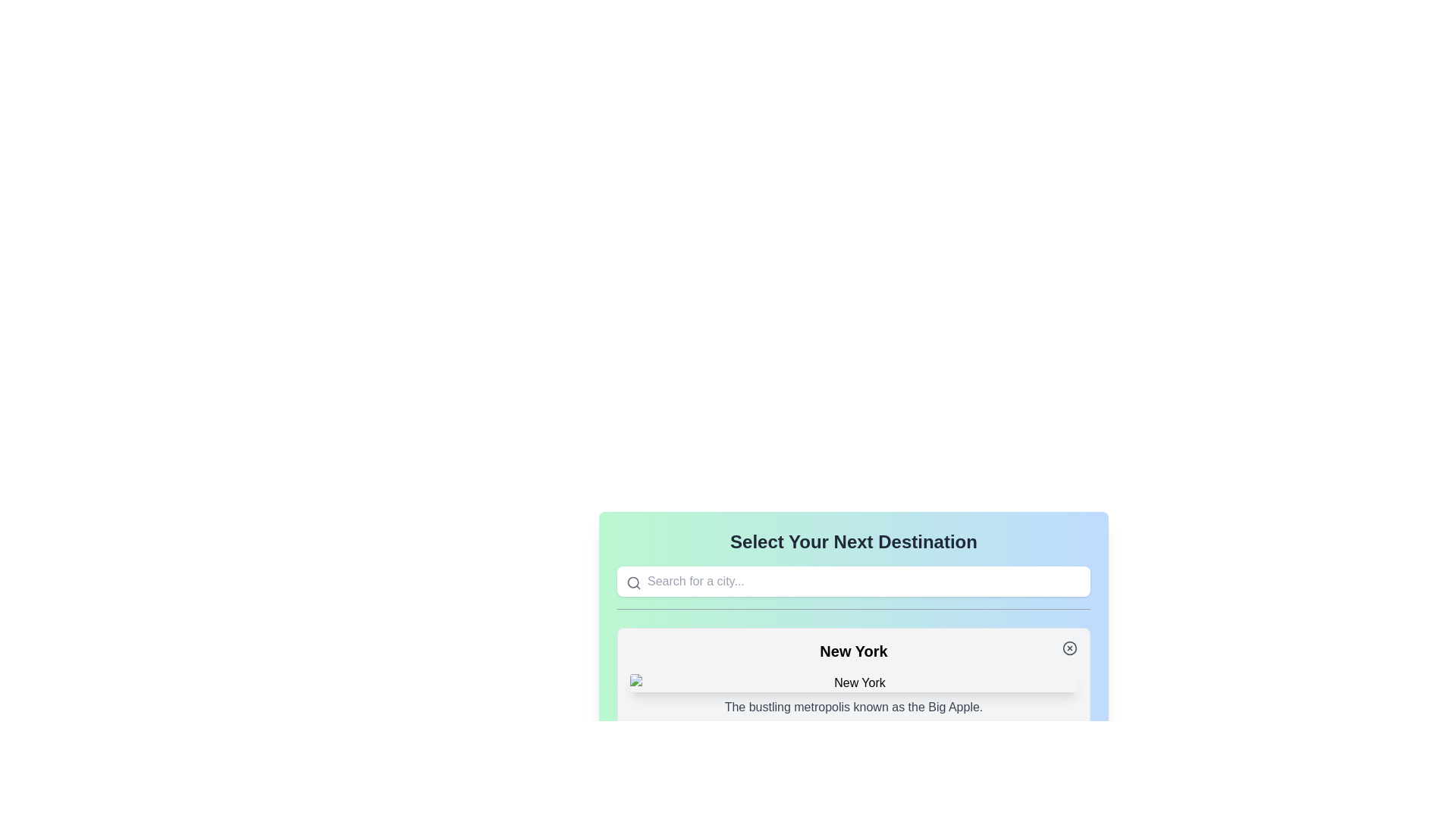 The height and width of the screenshot is (819, 1456). What do you see at coordinates (854, 570) in the screenshot?
I see `the header section titled 'Select Your Next Destination', which includes a search box with the placeholder 'Search for a city...' and is positioned at the top of a card-like interface` at bounding box center [854, 570].